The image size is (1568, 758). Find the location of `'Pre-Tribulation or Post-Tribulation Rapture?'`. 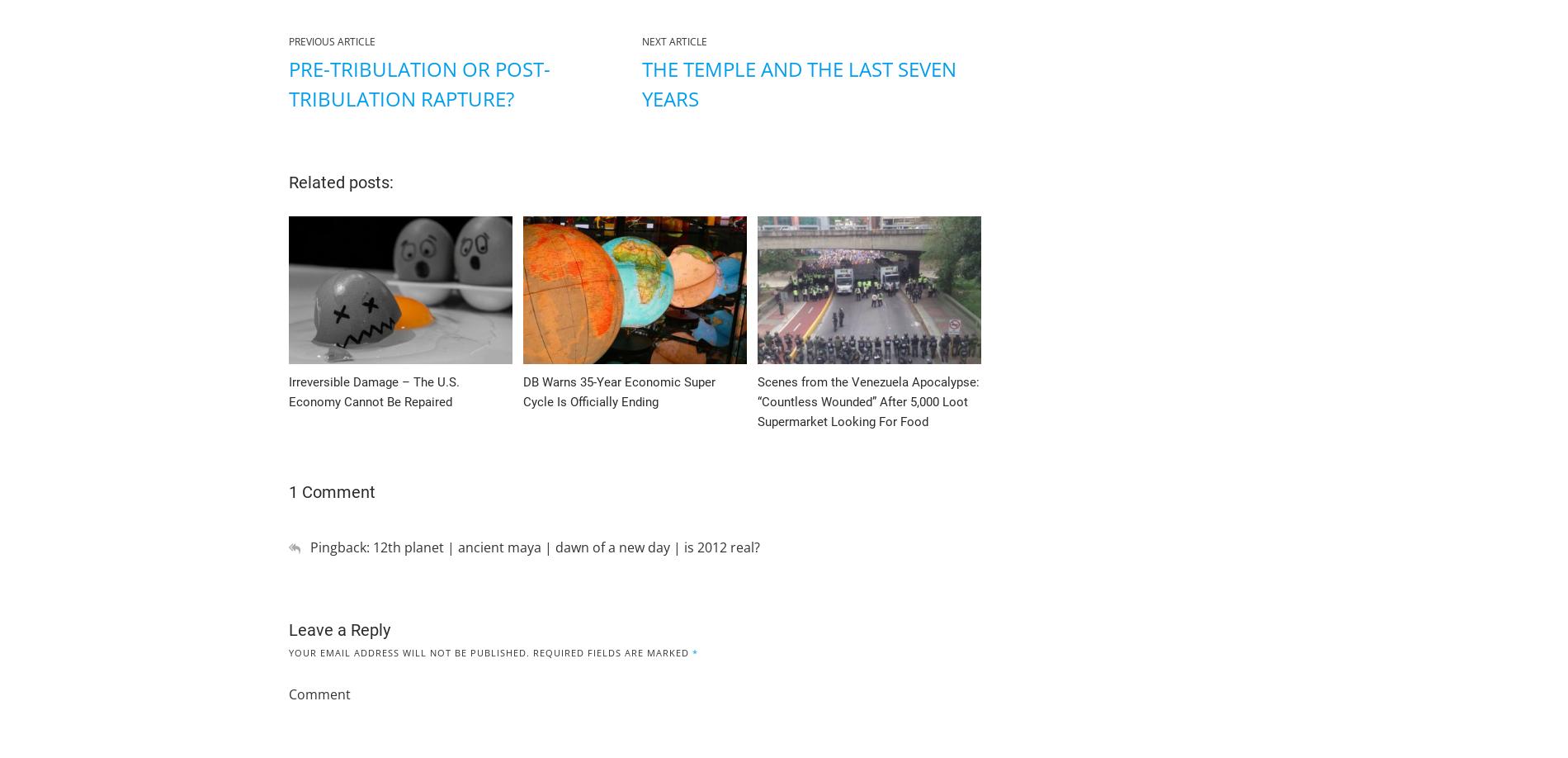

'Pre-Tribulation or Post-Tribulation Rapture?' is located at coordinates (419, 83).